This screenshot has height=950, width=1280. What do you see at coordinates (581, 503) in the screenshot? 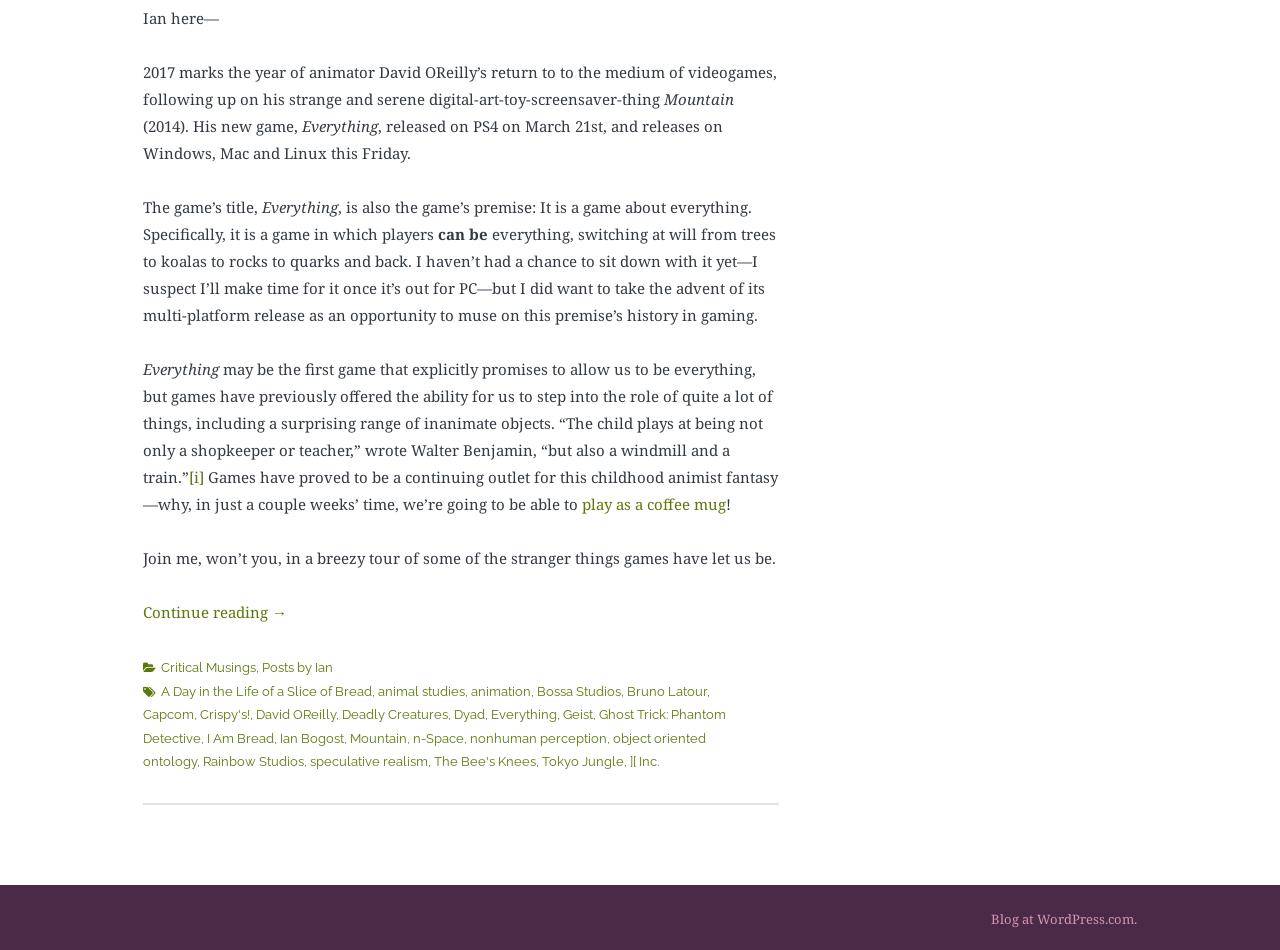
I see `'play as a coffee mug'` at bounding box center [581, 503].